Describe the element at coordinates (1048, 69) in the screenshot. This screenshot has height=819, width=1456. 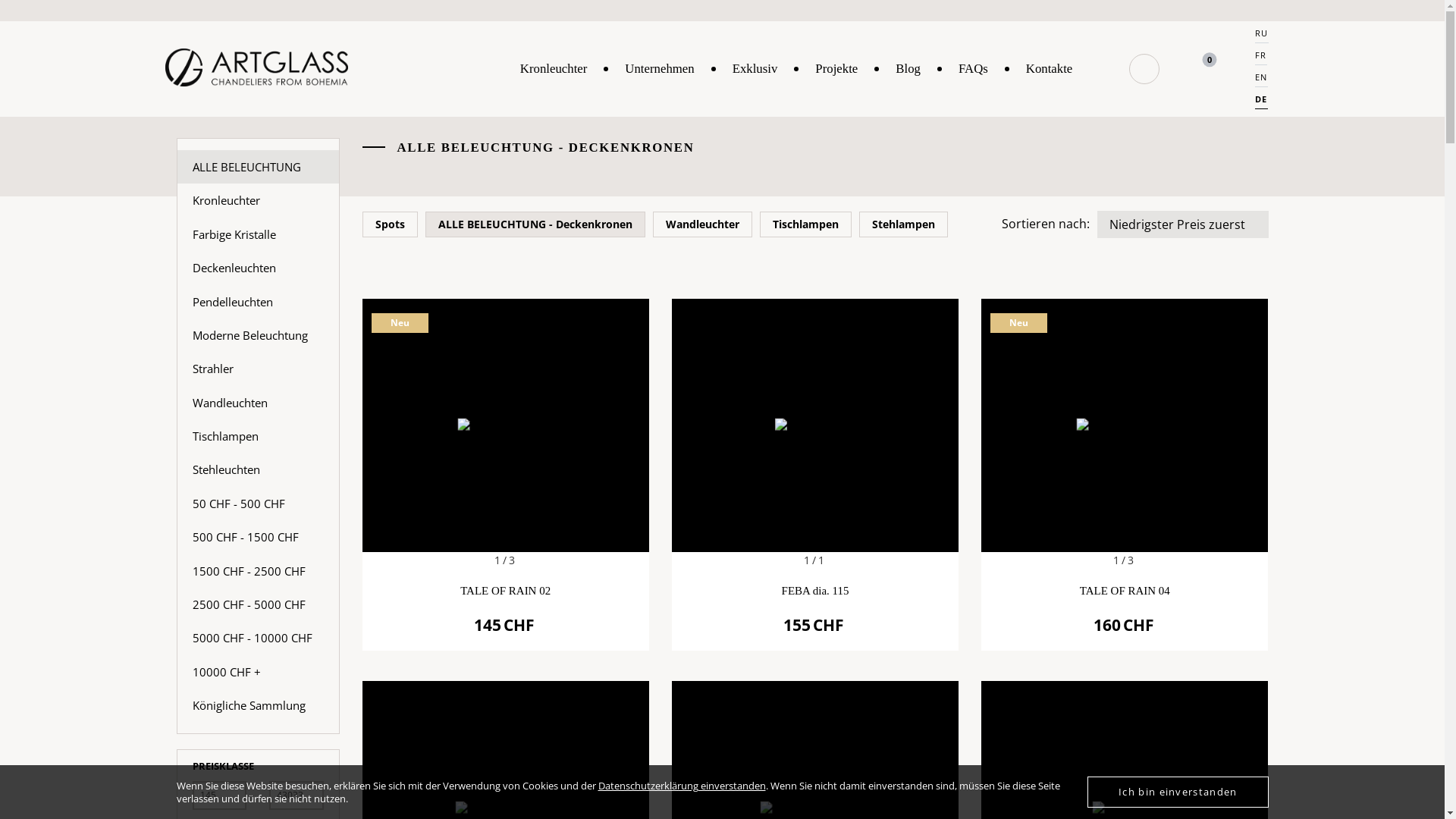
I see `'Kontakte'` at that location.